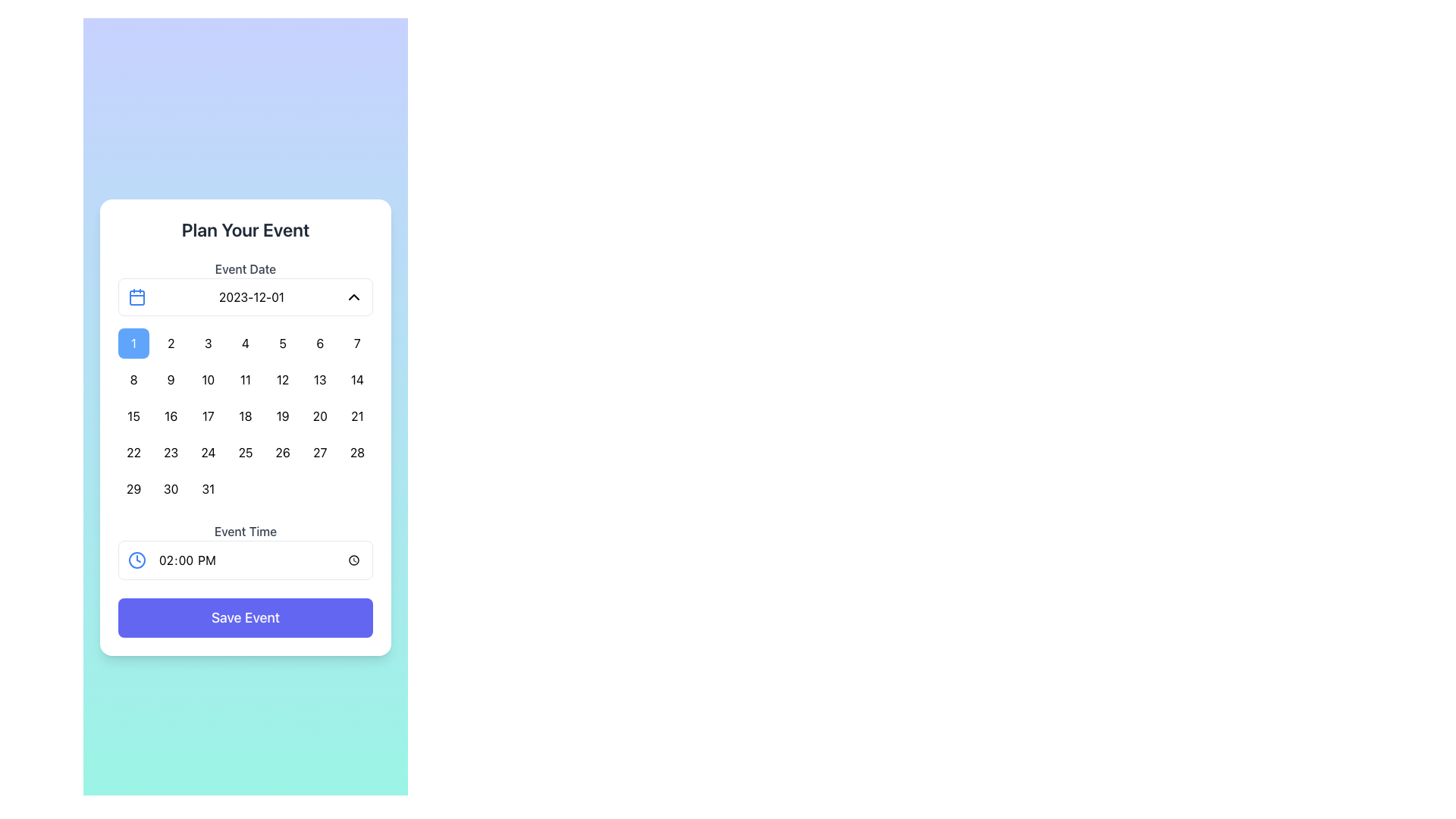 The height and width of the screenshot is (819, 1456). I want to click on the rounded square button labeled '26' in the calendar section, so click(283, 452).